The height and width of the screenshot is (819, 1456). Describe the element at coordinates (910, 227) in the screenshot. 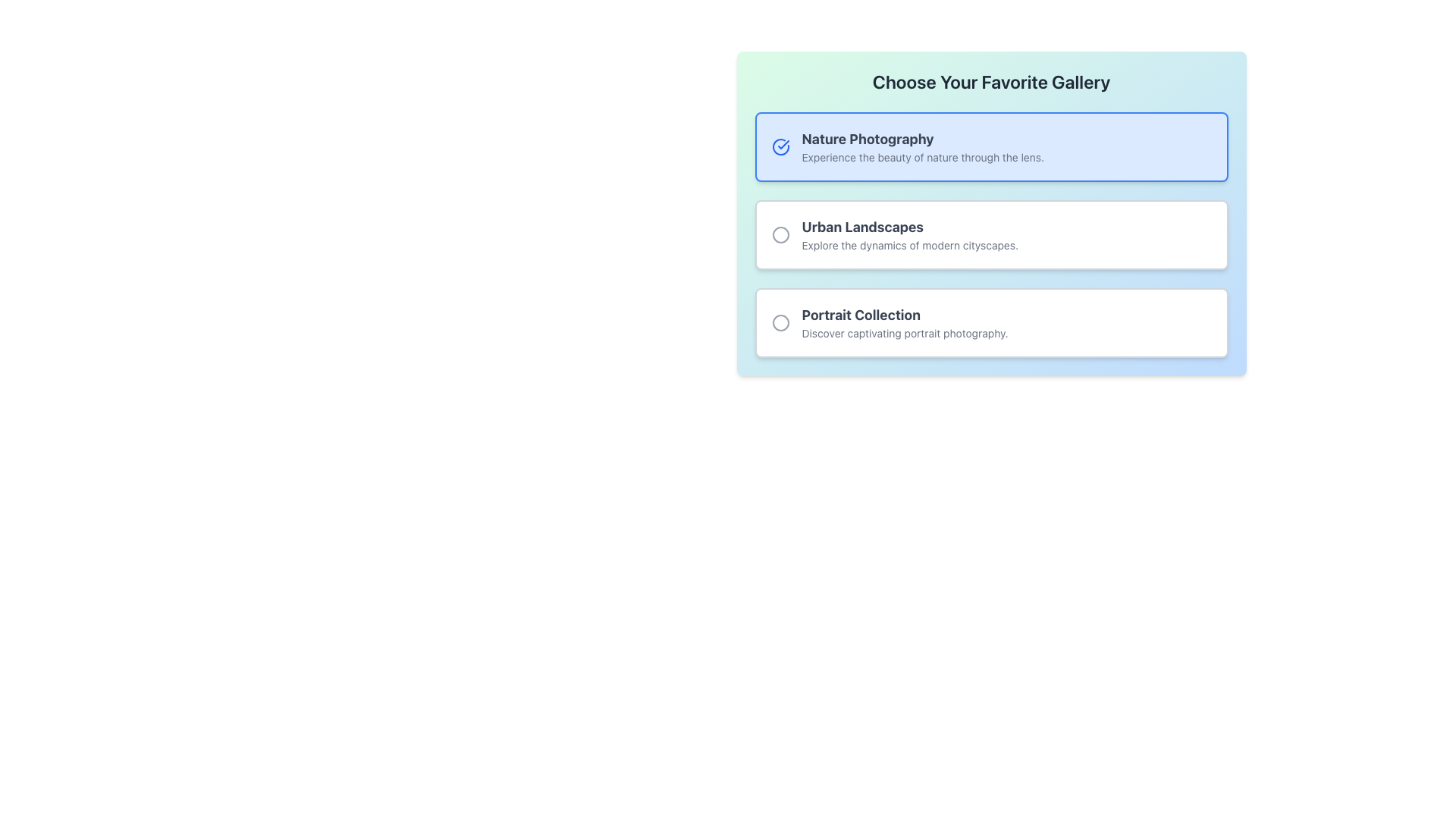

I see `bold text 'Urban Landscapes' which is the topmost text in the second card of a vertically stacked list, positioned within a centered panel` at that location.